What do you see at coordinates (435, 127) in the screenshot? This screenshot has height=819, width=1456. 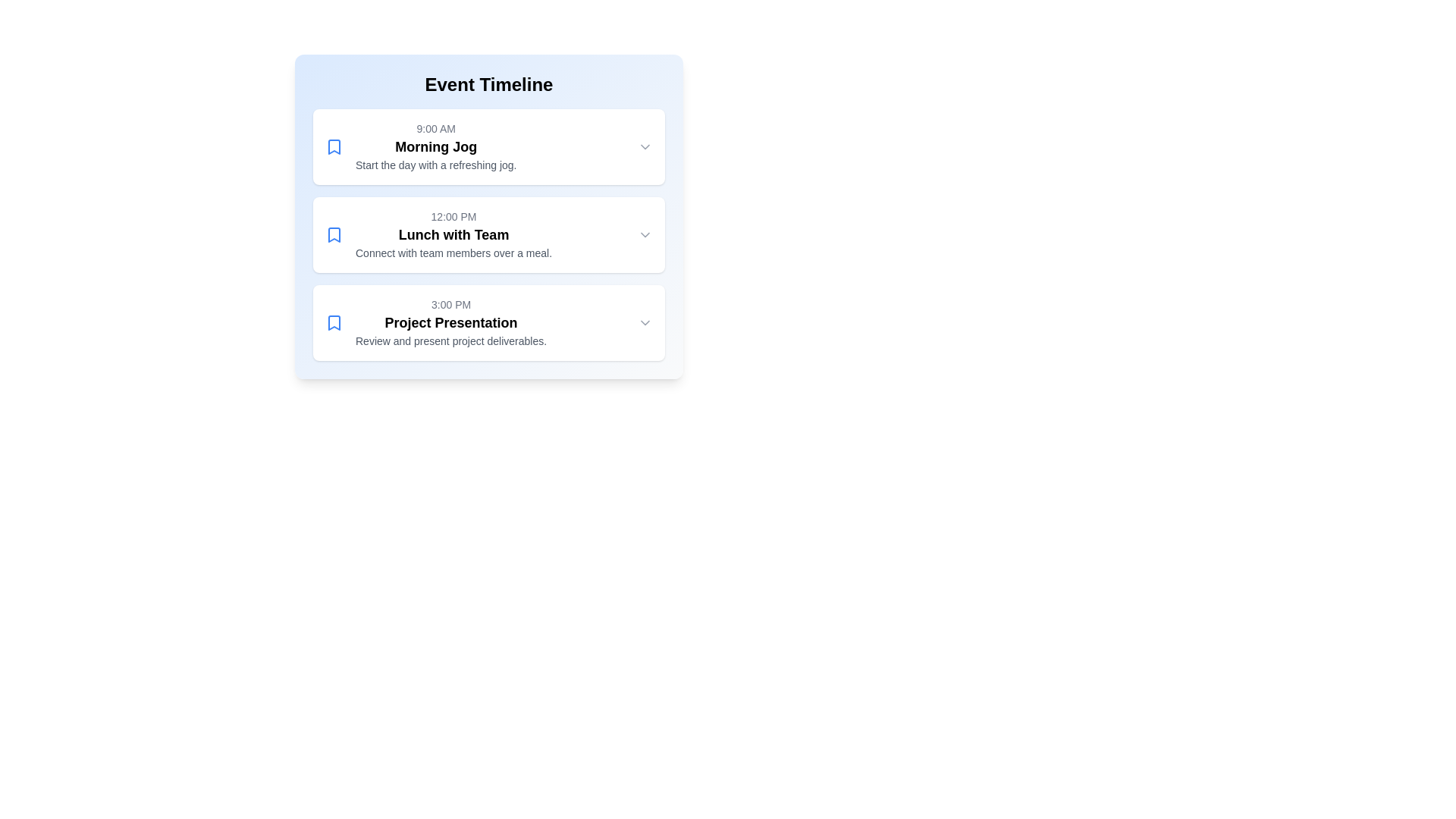 I see `the text label displaying '9:00 AM' at the top of the 'Morning Jog' section in the event timeline interface` at bounding box center [435, 127].